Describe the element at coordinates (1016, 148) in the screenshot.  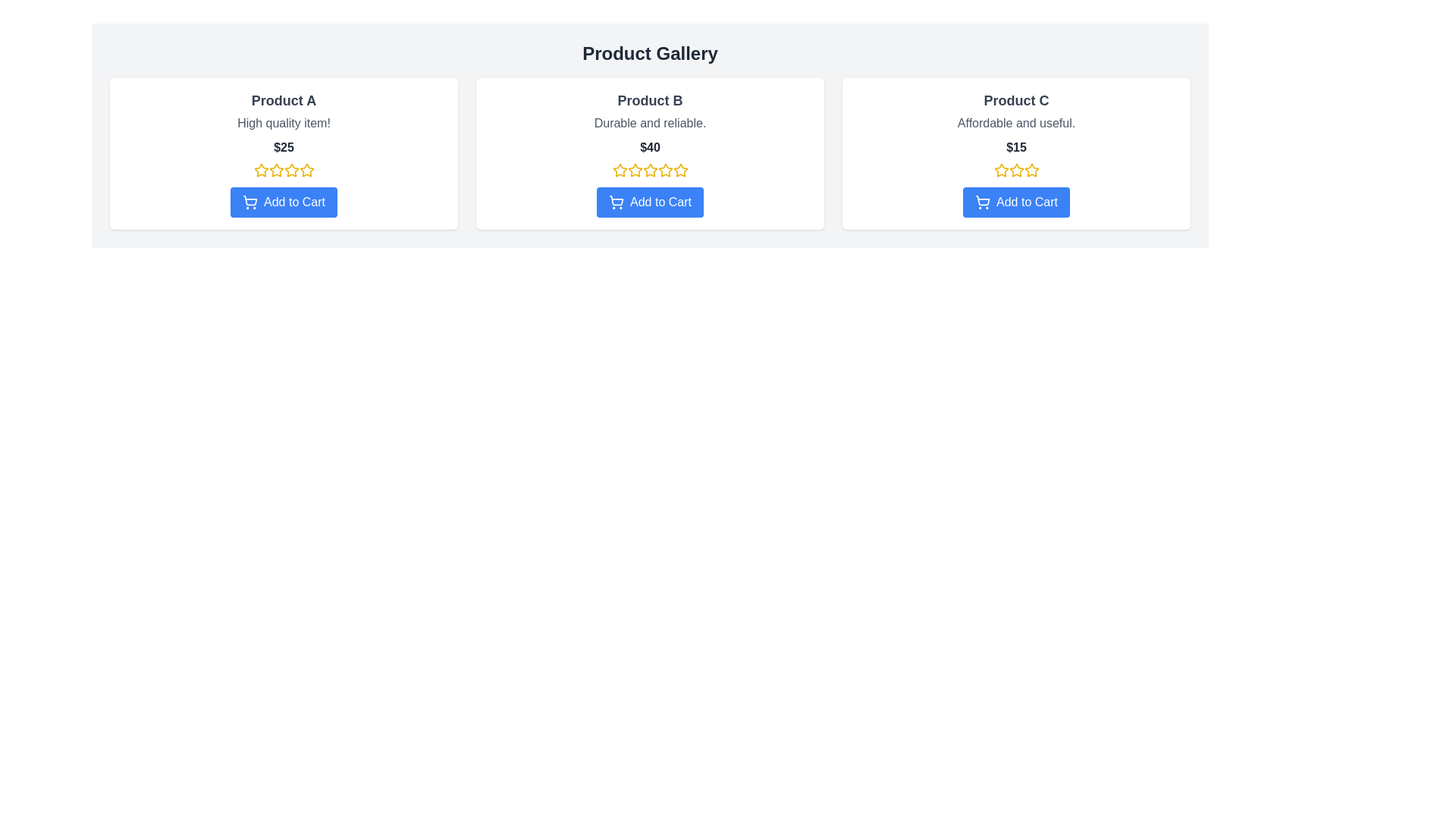
I see `the price label displaying $15 for 'Product C', located in the third product card above the star icons` at that location.